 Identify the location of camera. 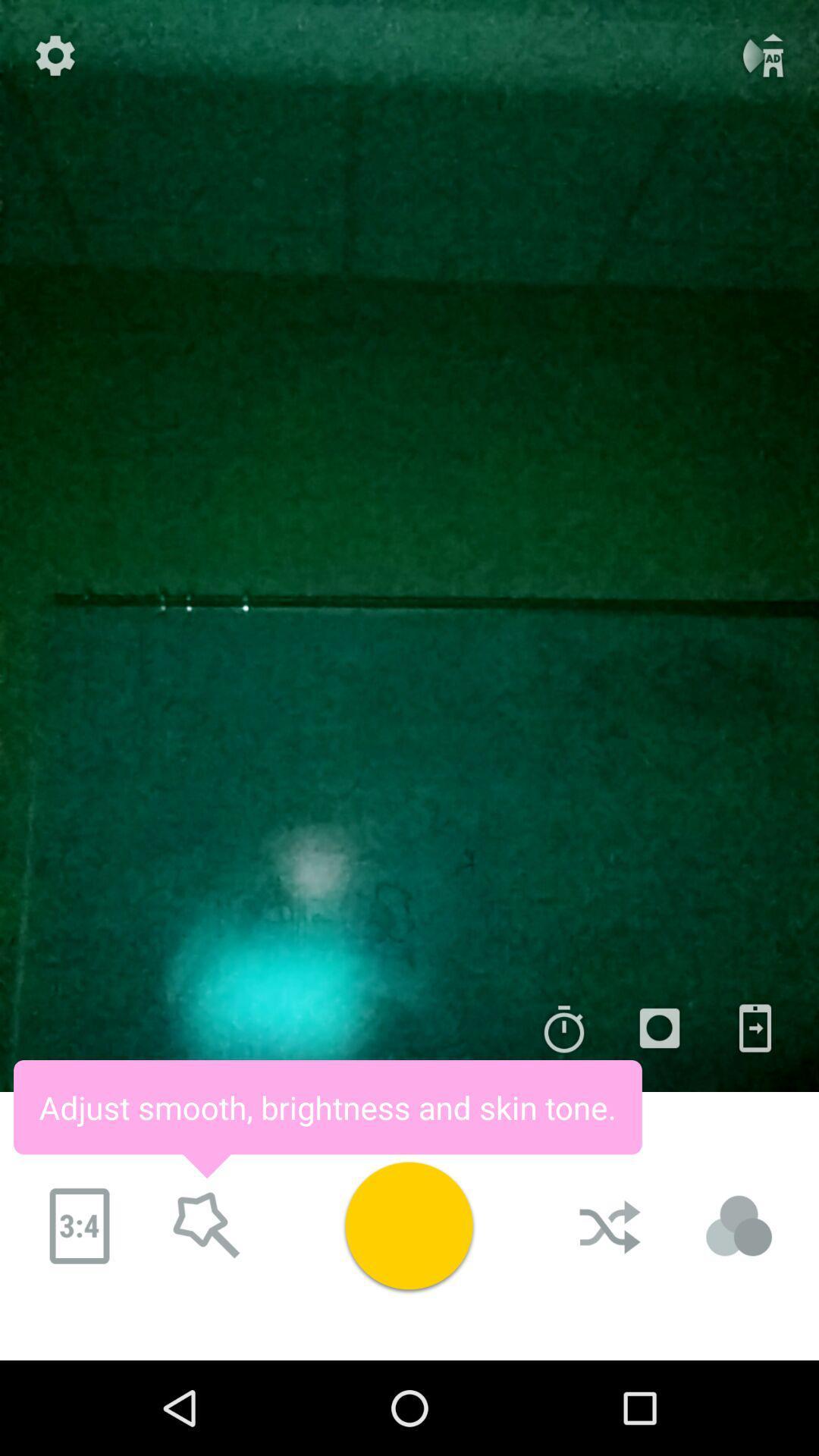
(659, 1028).